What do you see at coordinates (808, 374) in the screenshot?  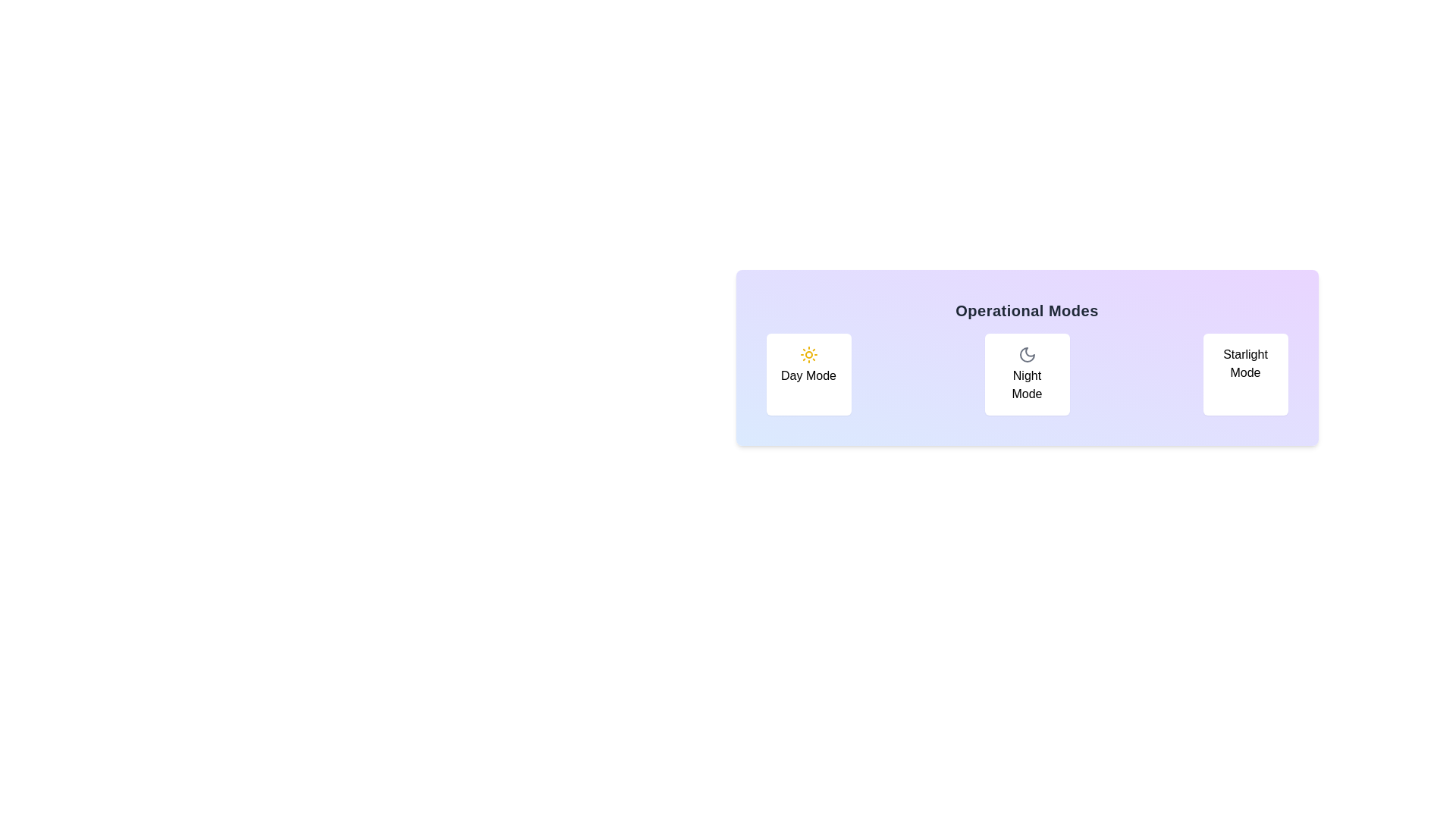 I see `the button labeled Day Mode to observe the hover effect` at bounding box center [808, 374].